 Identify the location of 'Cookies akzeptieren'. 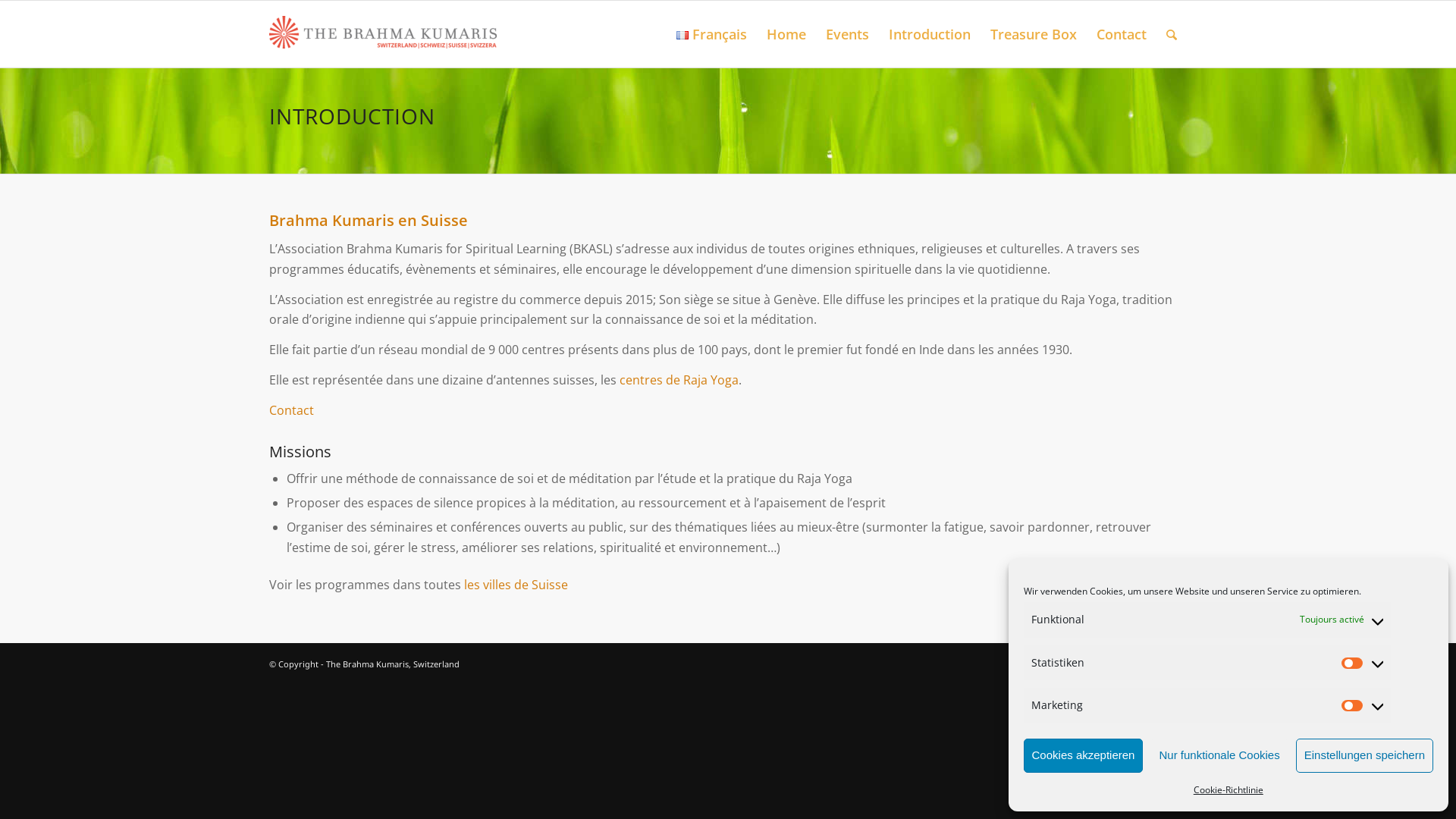
(1083, 755).